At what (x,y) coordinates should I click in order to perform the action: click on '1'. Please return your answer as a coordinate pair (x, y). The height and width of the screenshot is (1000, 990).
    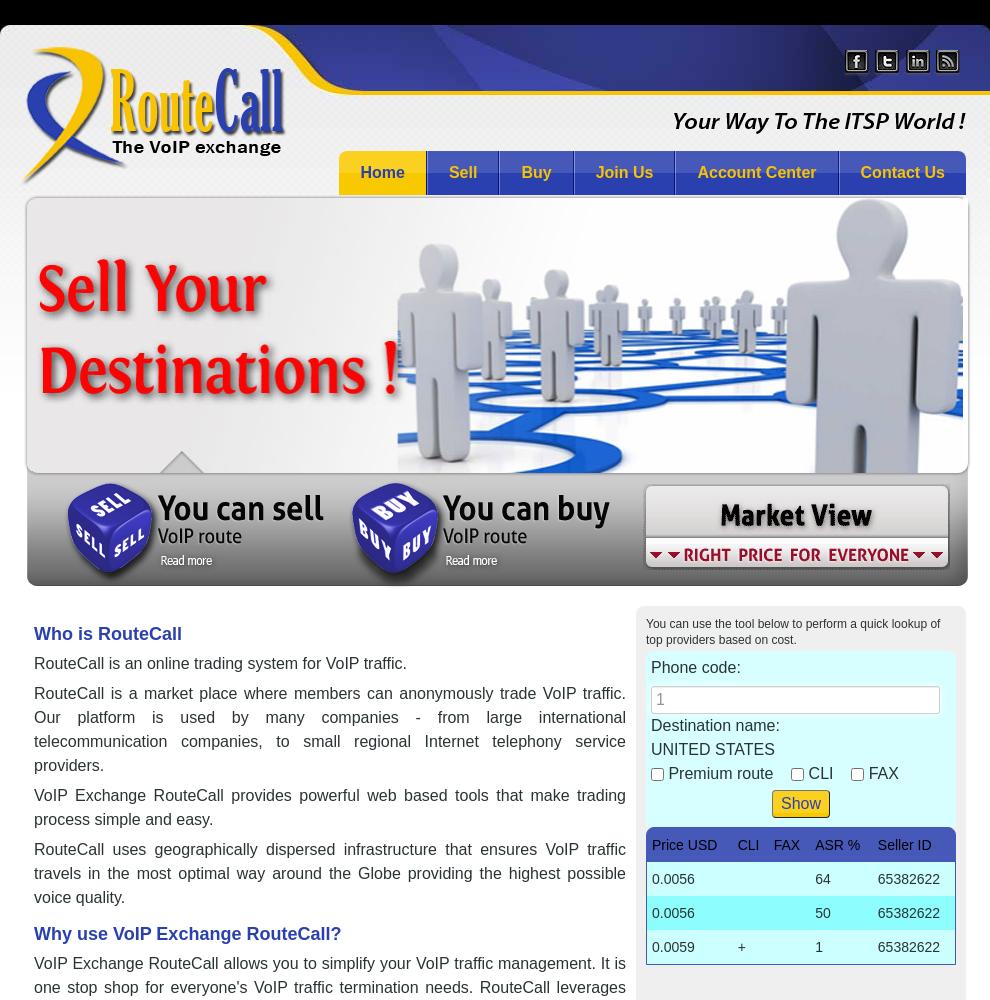
    Looking at the image, I should click on (817, 946).